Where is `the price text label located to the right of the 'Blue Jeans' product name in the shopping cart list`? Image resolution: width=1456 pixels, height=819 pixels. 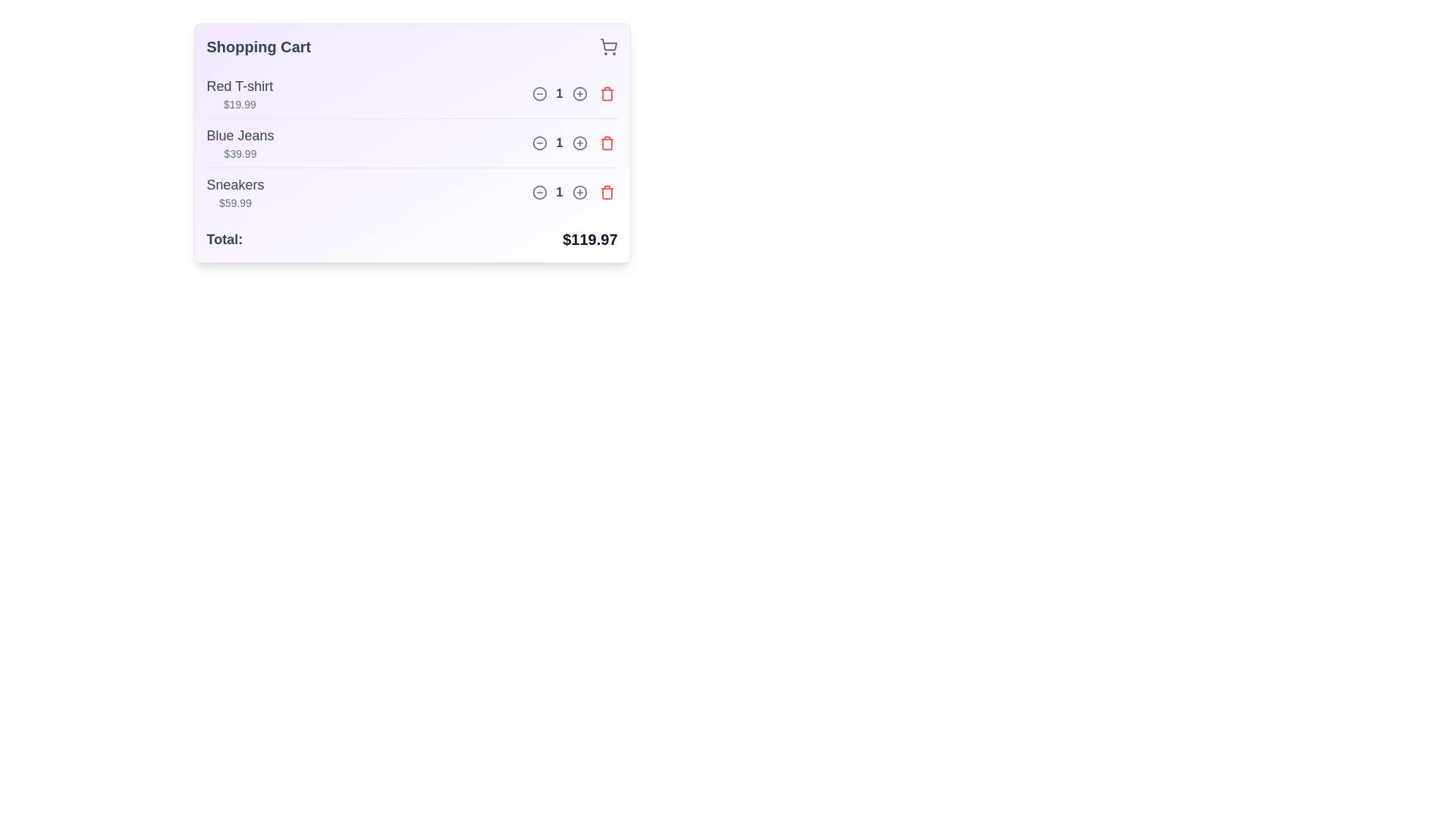
the price text label located to the right of the 'Blue Jeans' product name in the shopping cart list is located at coordinates (239, 154).